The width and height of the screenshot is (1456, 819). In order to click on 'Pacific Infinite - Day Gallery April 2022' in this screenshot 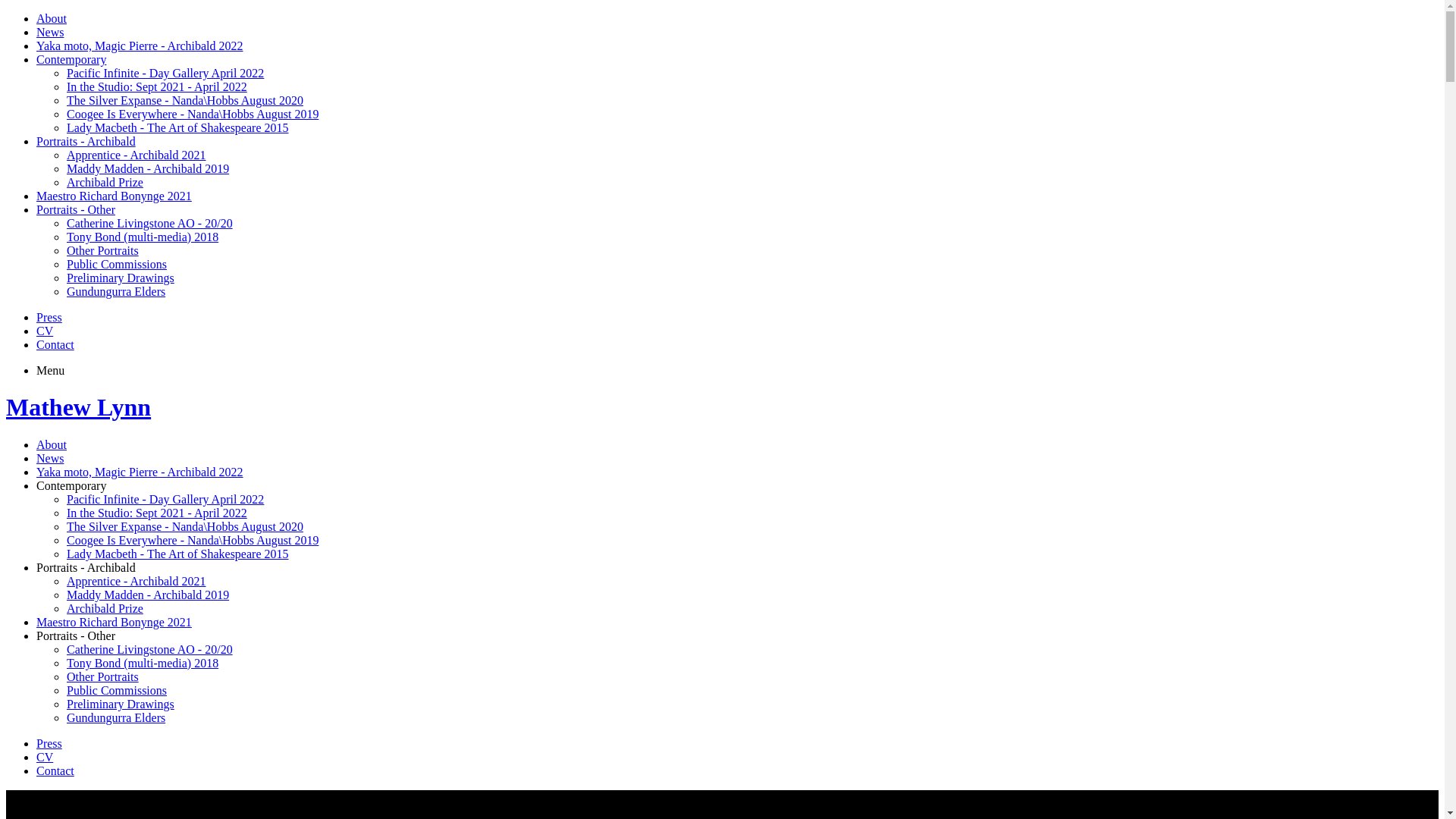, I will do `click(165, 499)`.